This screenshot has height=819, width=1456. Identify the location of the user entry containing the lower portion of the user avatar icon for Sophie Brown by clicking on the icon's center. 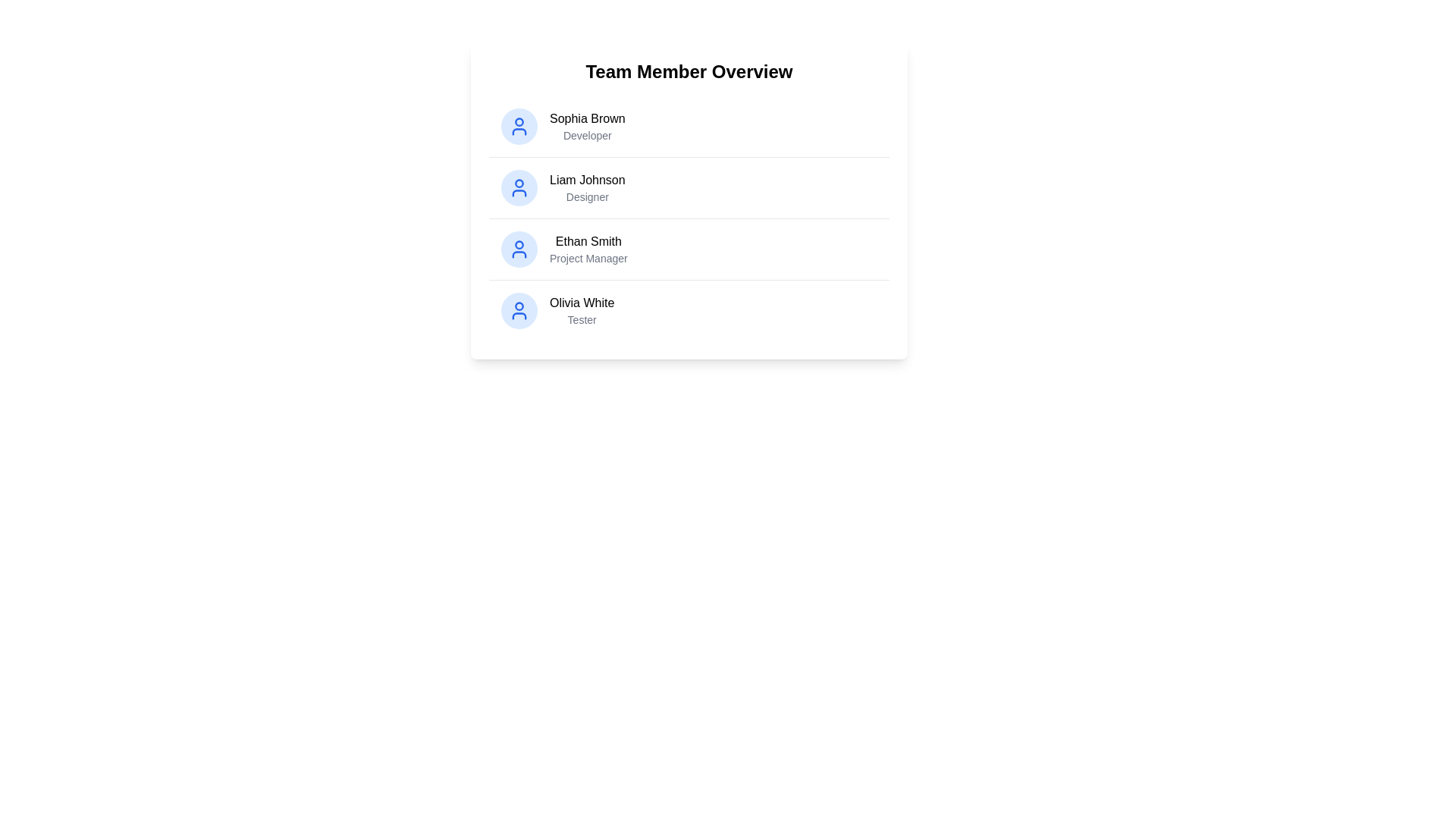
(519, 130).